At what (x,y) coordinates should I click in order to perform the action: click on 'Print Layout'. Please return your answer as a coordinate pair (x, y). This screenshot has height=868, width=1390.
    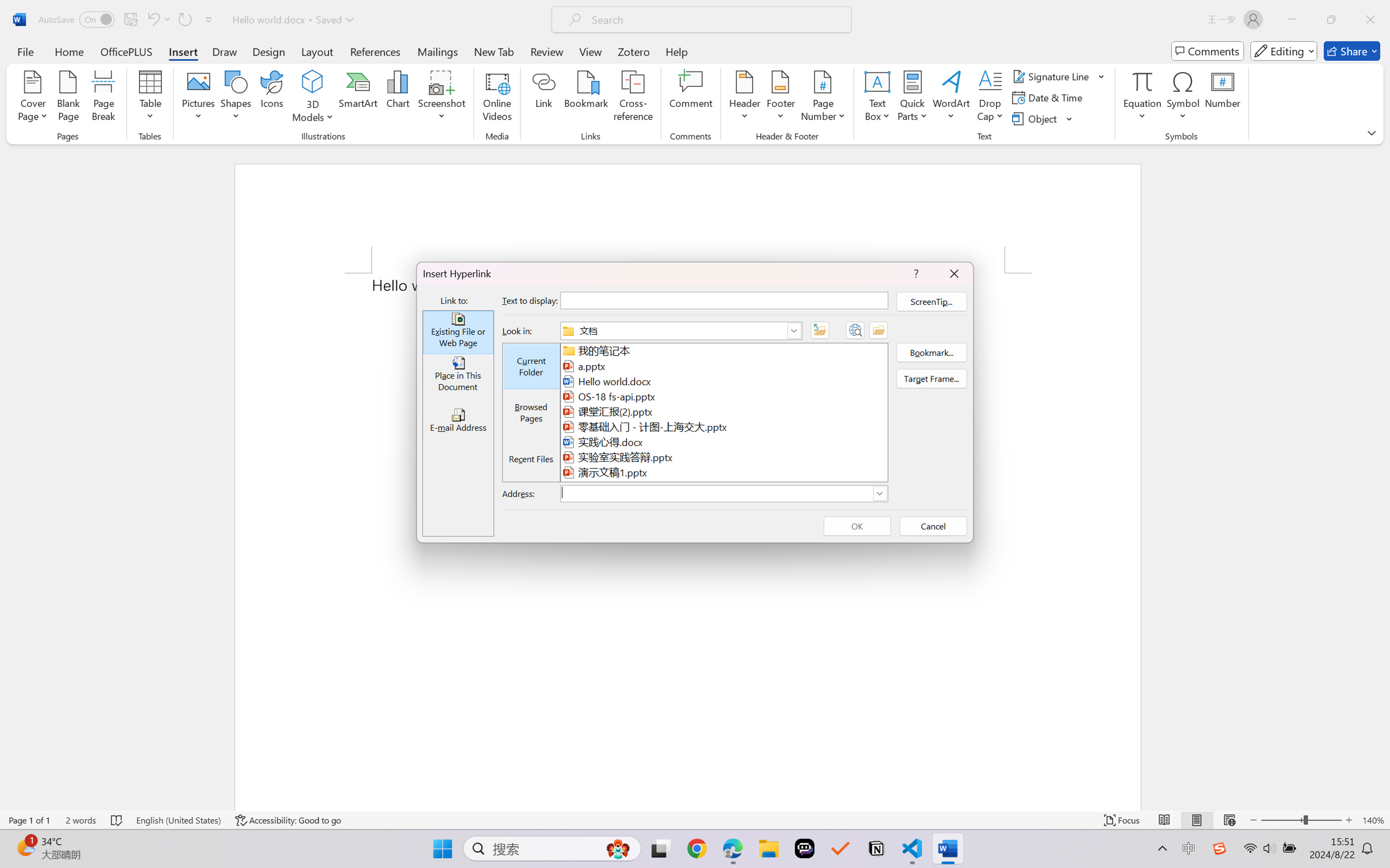
    Looking at the image, I should click on (1196, 820).